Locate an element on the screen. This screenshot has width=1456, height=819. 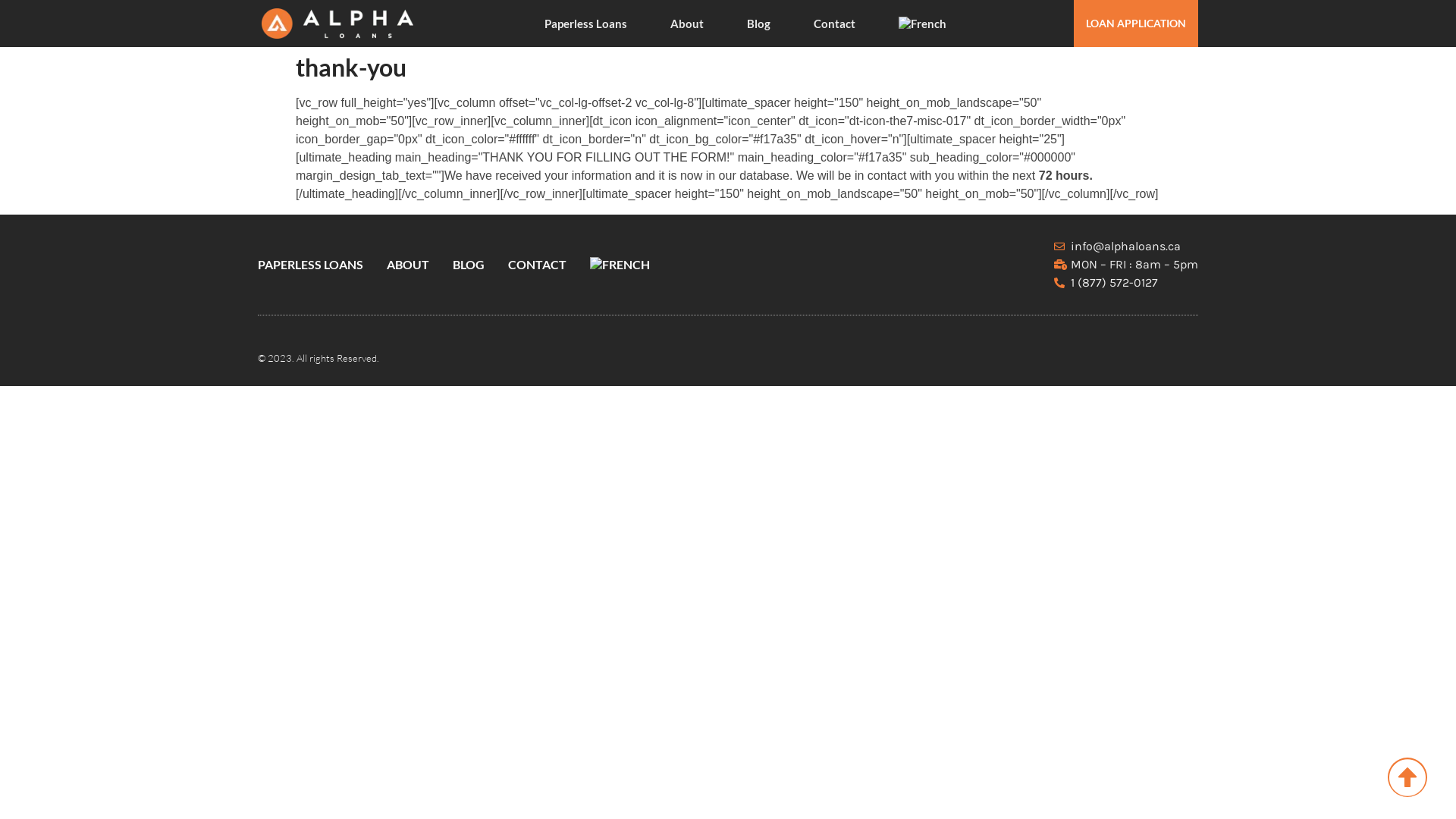
'Contact' is located at coordinates (833, 23).